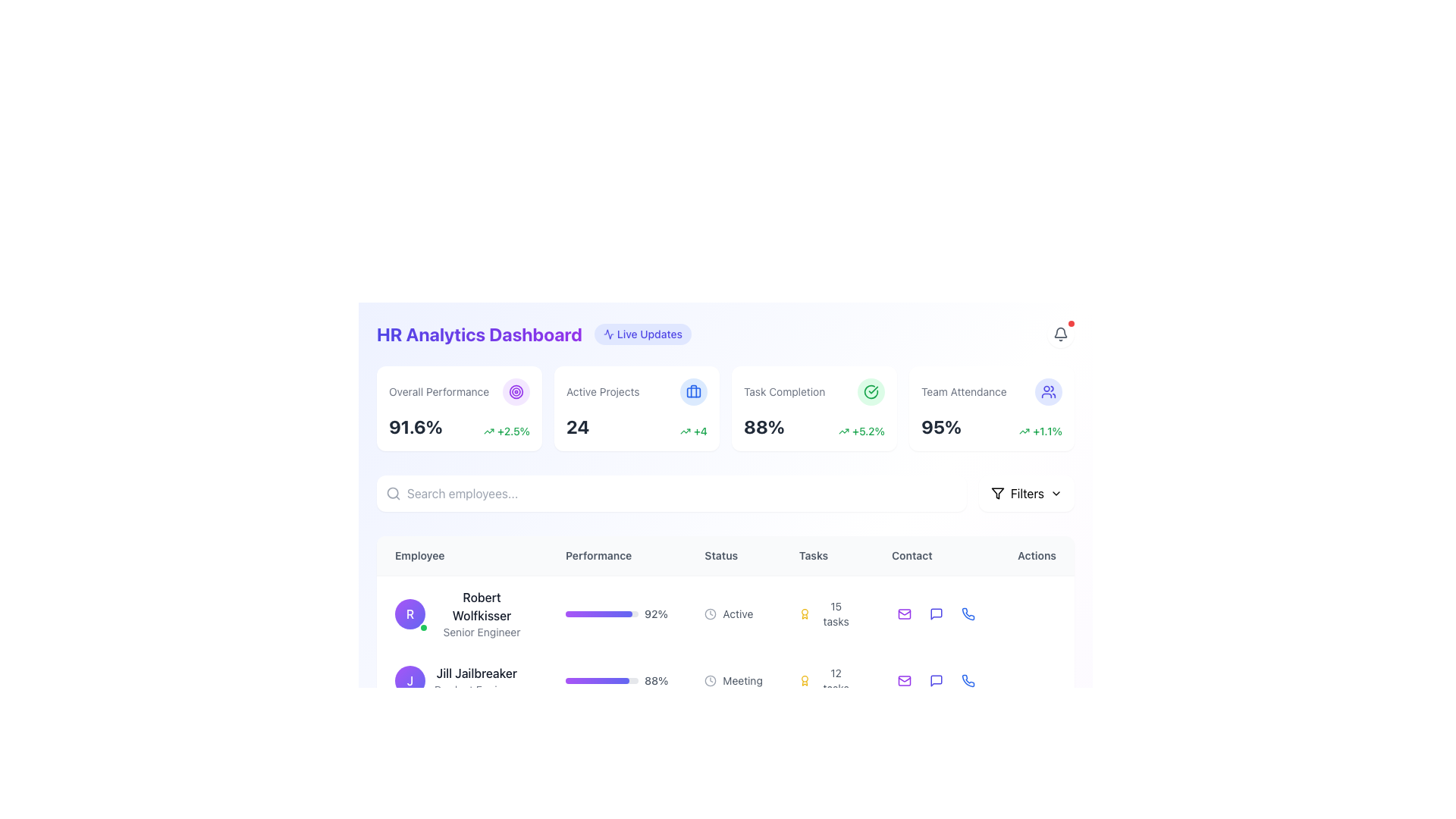 This screenshot has width=1456, height=819. What do you see at coordinates (461, 613) in the screenshot?
I see `the text block displaying the name 'Robert Wolfkisser' and the subtitle 'Senior Engineer' to select the name` at bounding box center [461, 613].